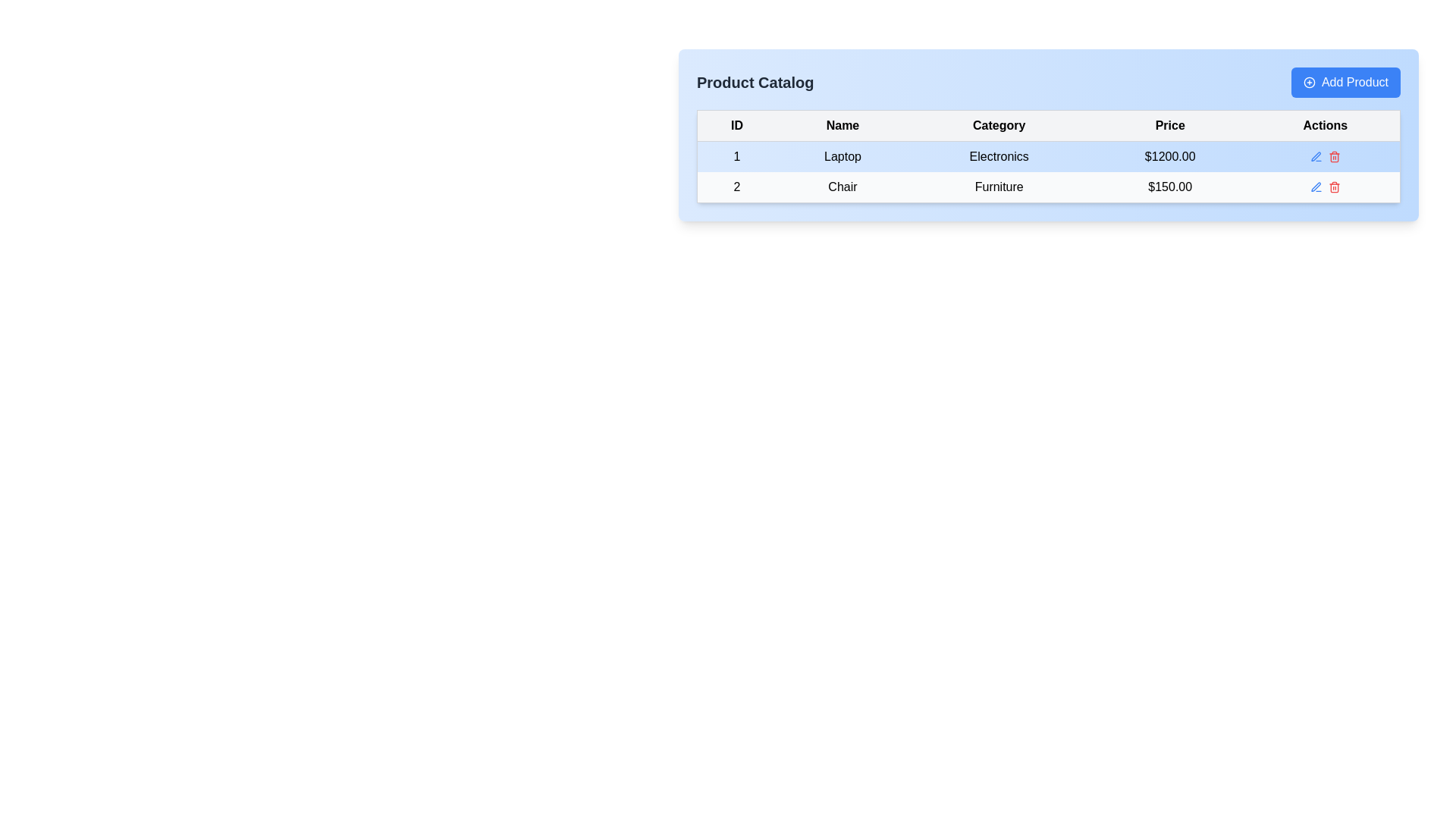  I want to click on the price display field for the 'Chair' item in the product catalog table located in the second row under the 'Price' column, so click(1169, 187).